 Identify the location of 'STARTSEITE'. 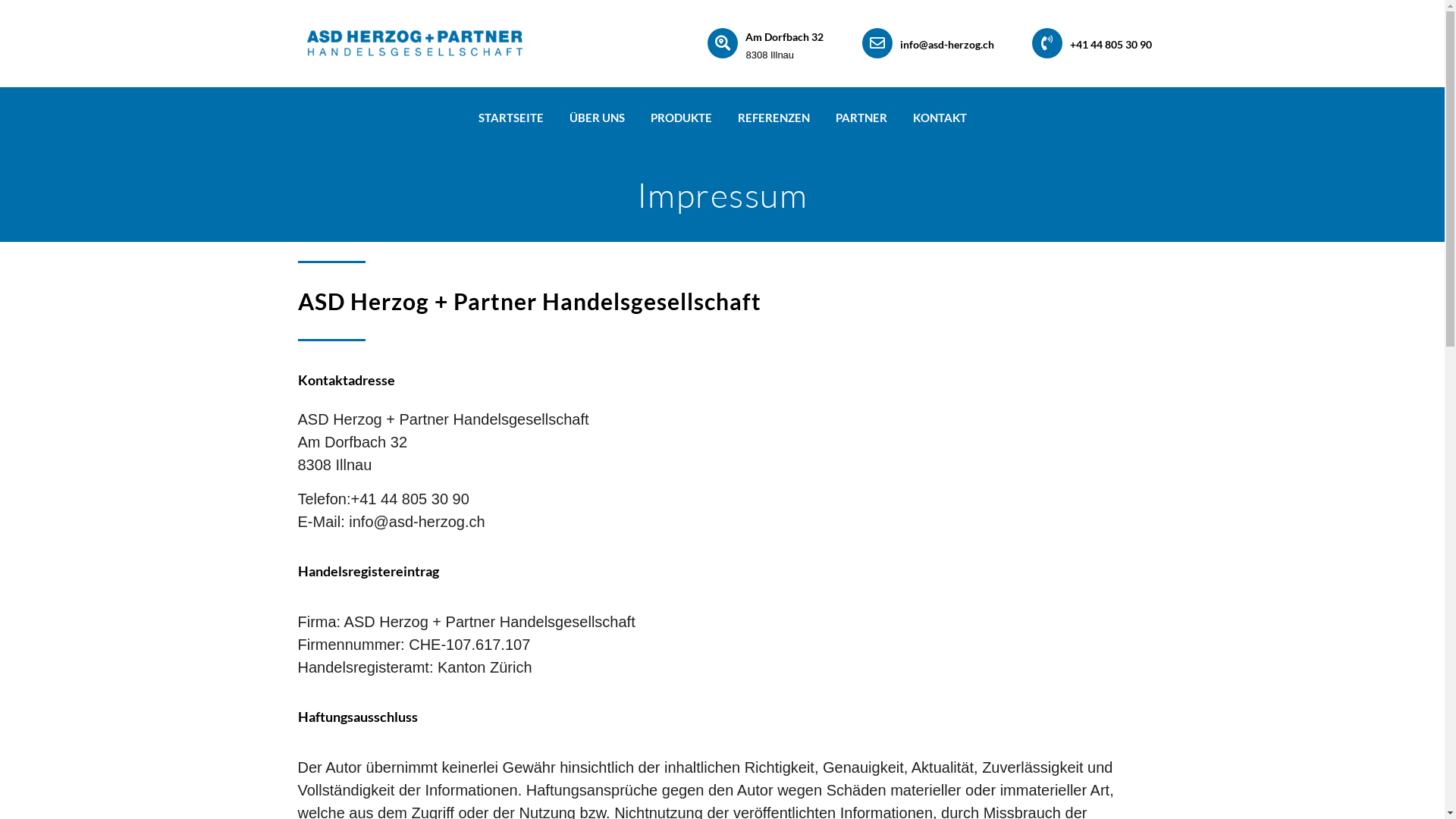
(510, 116).